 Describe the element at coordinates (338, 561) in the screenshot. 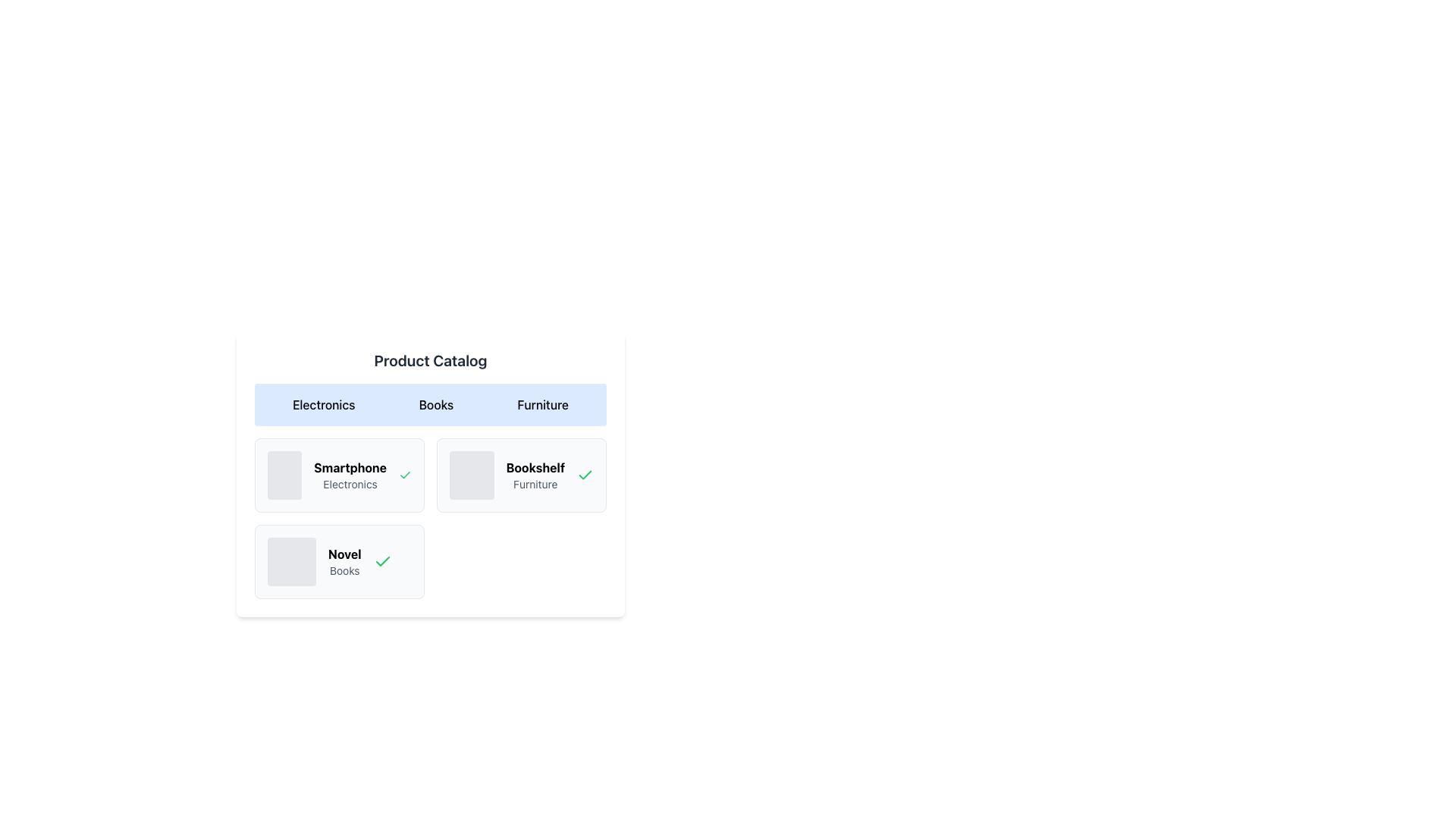

I see `the Interactive card representing the 'Novel Books' category in the bottom-left position of the grid layout within the 'Books' tab section` at that location.